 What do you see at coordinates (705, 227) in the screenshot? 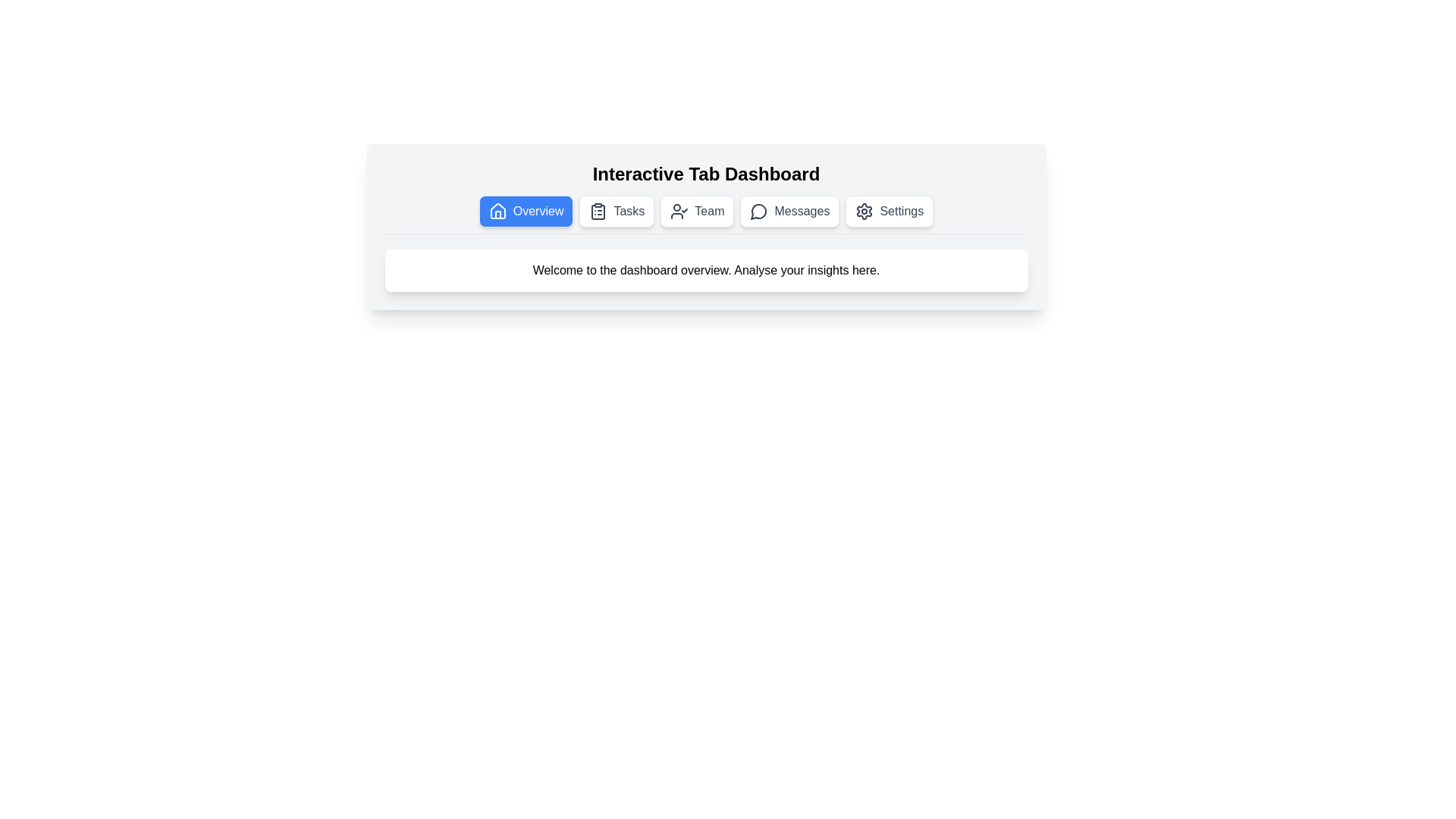
I see `the dashboard navigation tabs in the interactive tab dashboard` at bounding box center [705, 227].